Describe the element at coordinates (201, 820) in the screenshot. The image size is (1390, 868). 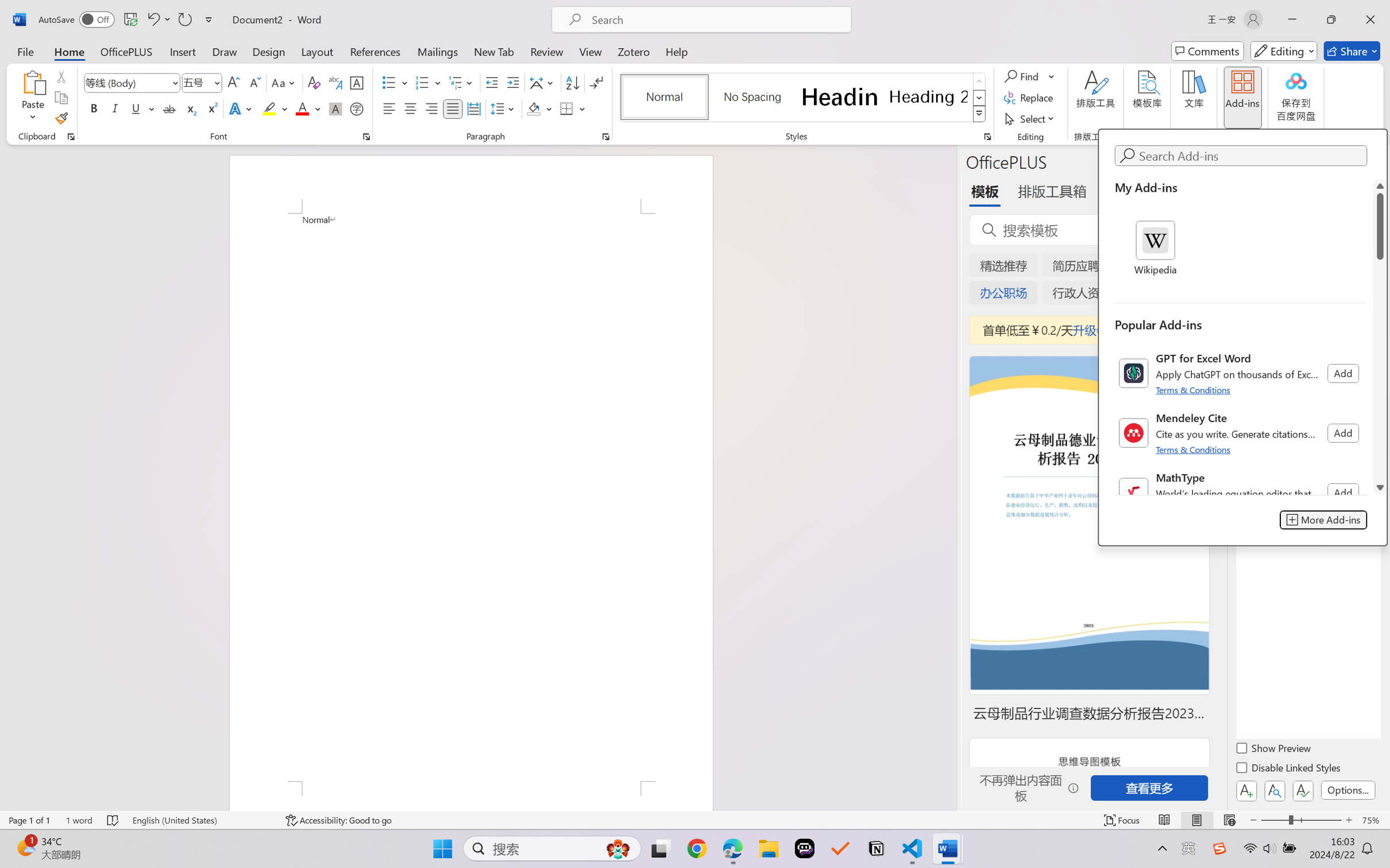
I see `'Language English (United States)'` at that location.